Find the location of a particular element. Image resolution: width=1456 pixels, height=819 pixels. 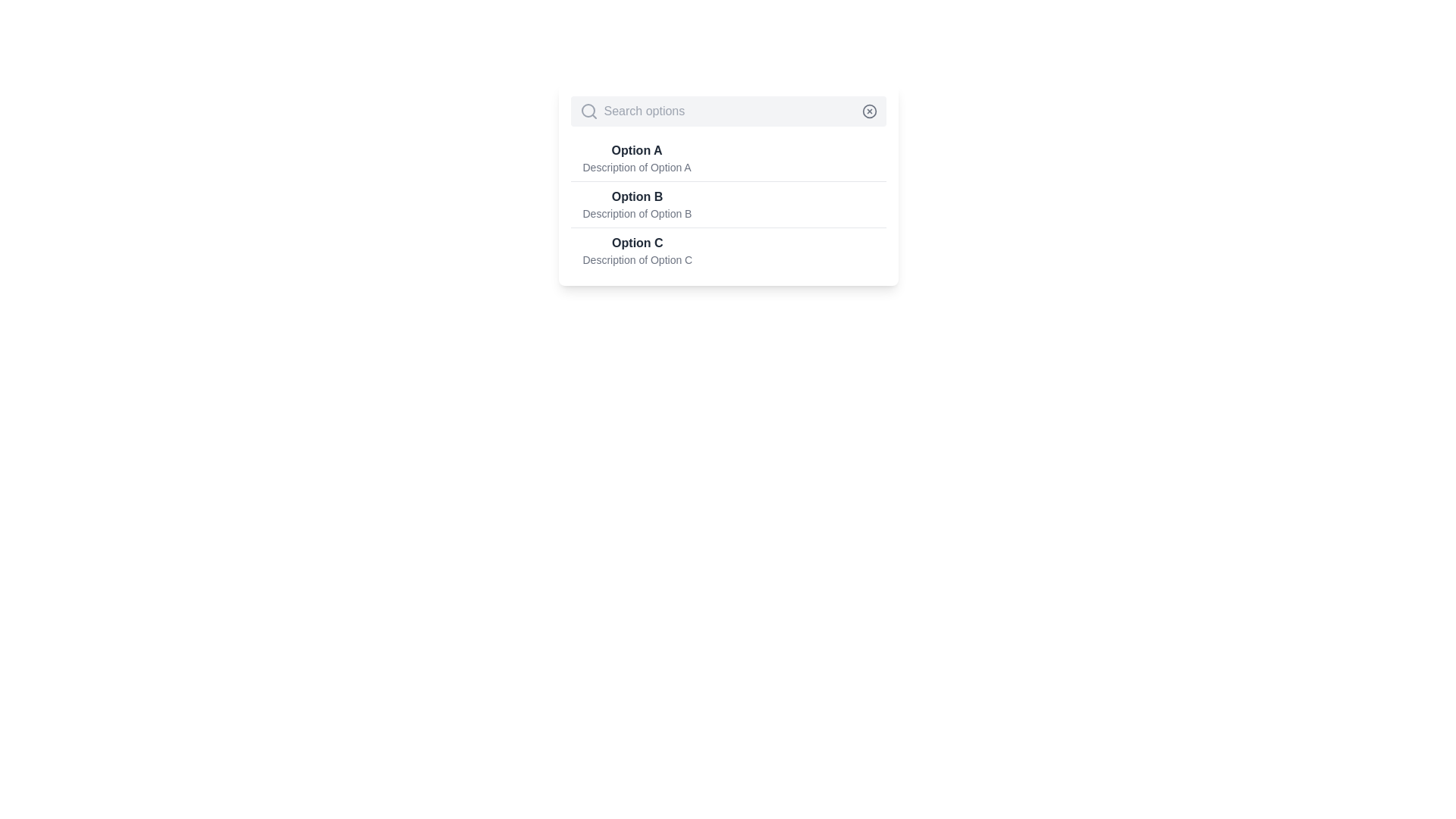

the SVG circle element, which is part of the magnifying glass icon located at the upper-left part of the search bar interface is located at coordinates (587, 110).